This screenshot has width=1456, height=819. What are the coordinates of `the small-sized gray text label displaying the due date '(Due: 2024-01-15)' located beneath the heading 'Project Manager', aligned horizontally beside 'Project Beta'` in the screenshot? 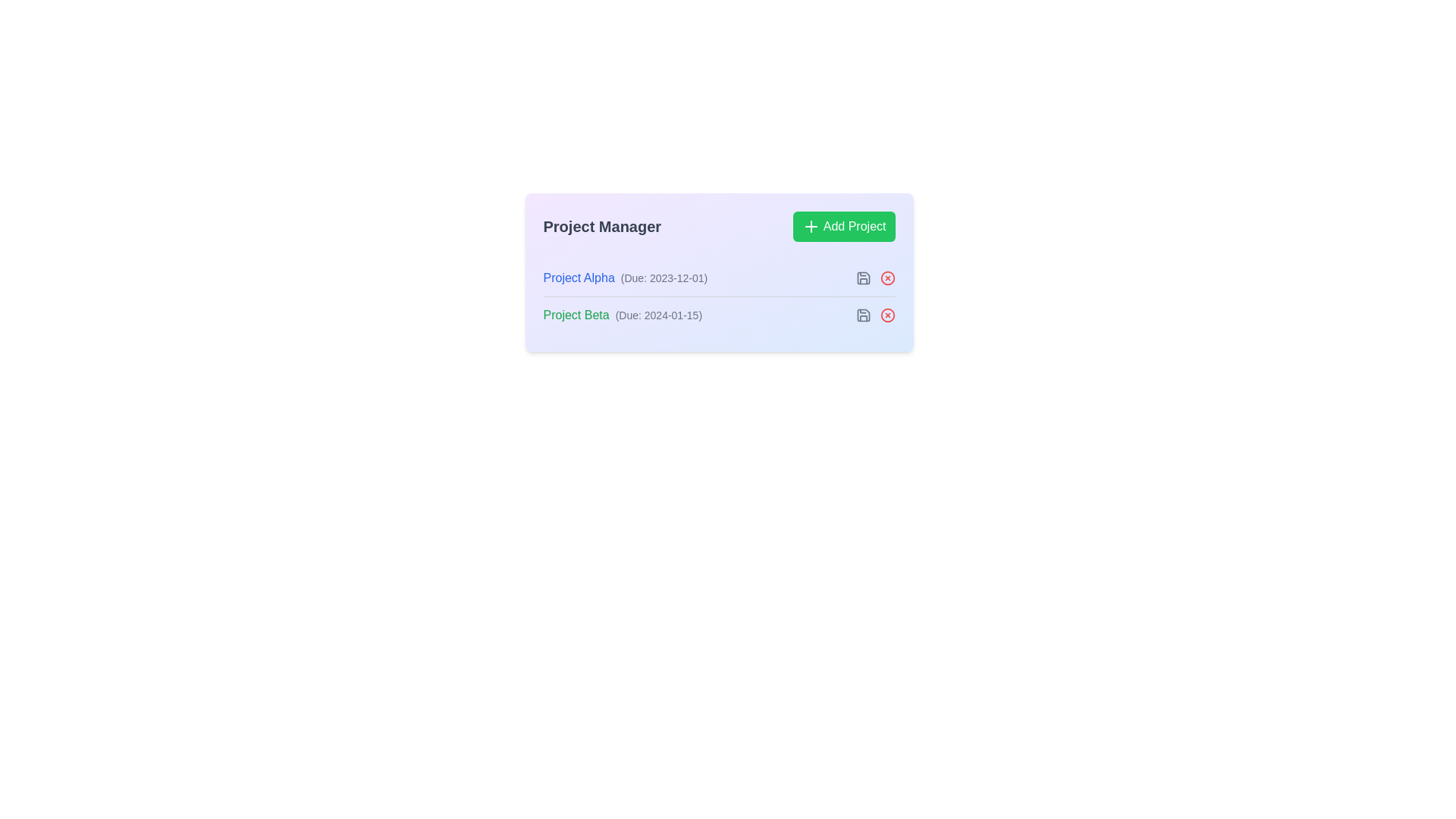 It's located at (658, 315).